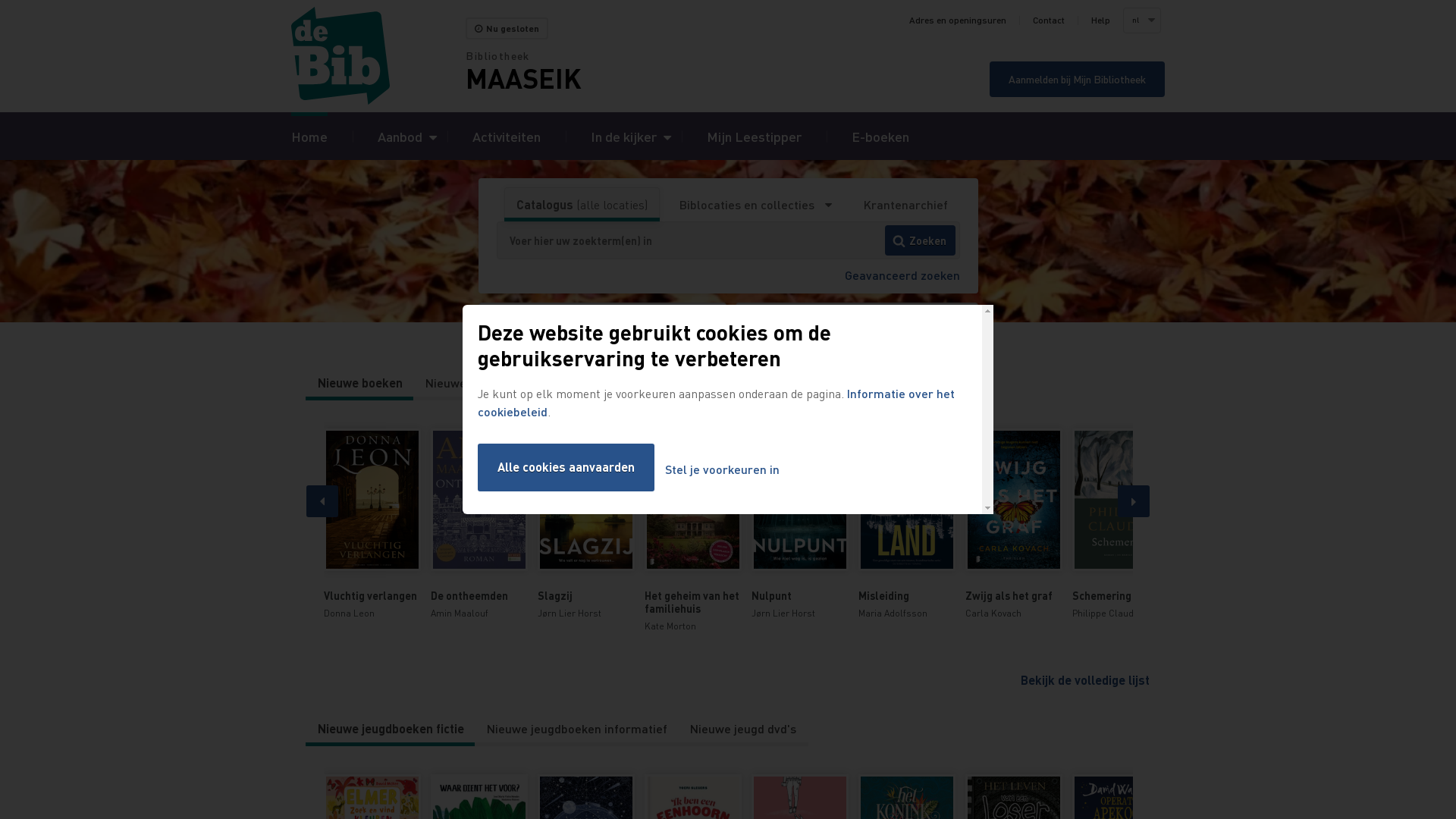 The width and height of the screenshot is (1456, 819). I want to click on 'Nu gesloten', so click(507, 28).